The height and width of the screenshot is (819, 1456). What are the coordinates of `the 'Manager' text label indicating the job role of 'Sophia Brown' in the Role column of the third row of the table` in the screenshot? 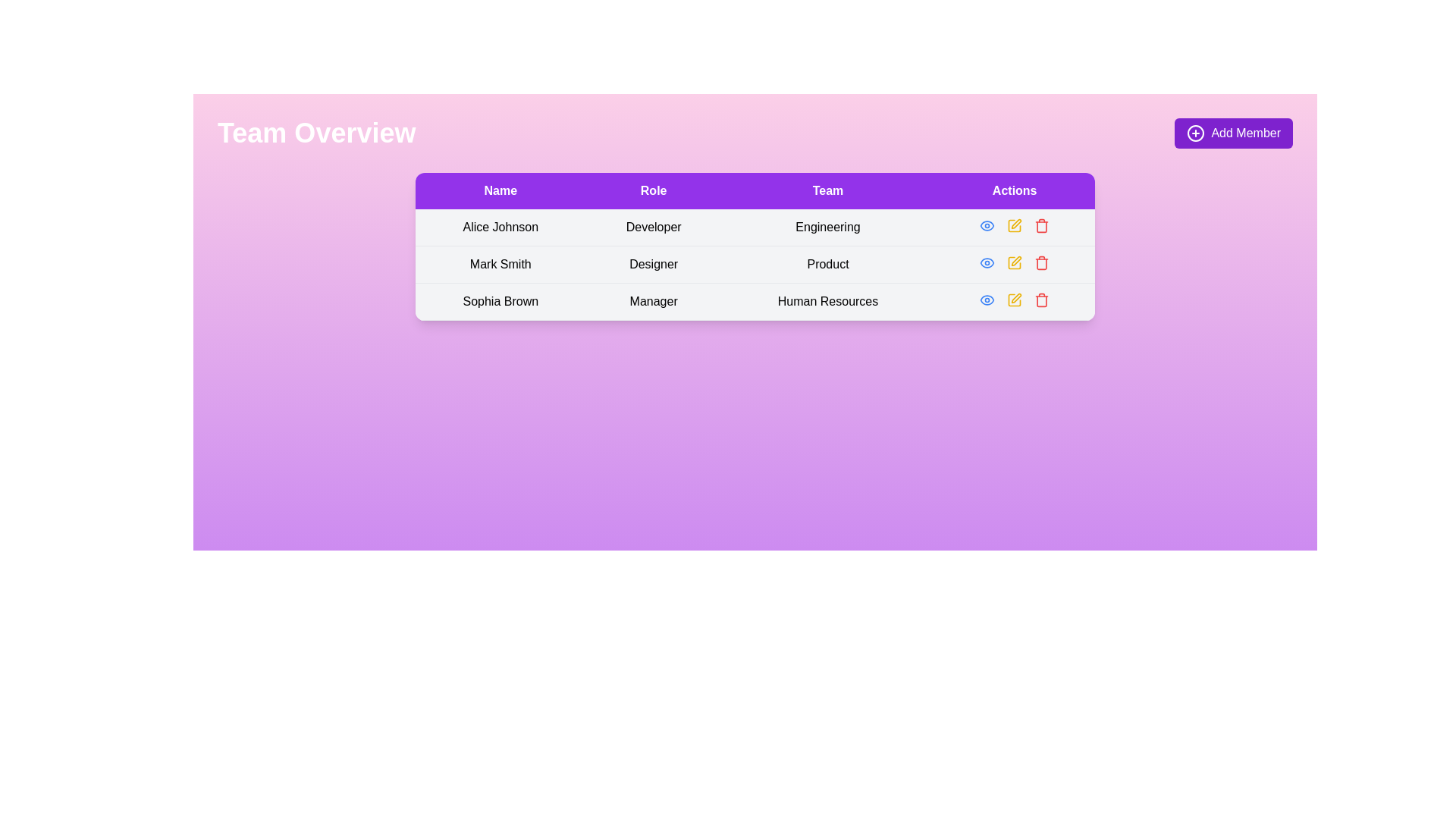 It's located at (654, 301).